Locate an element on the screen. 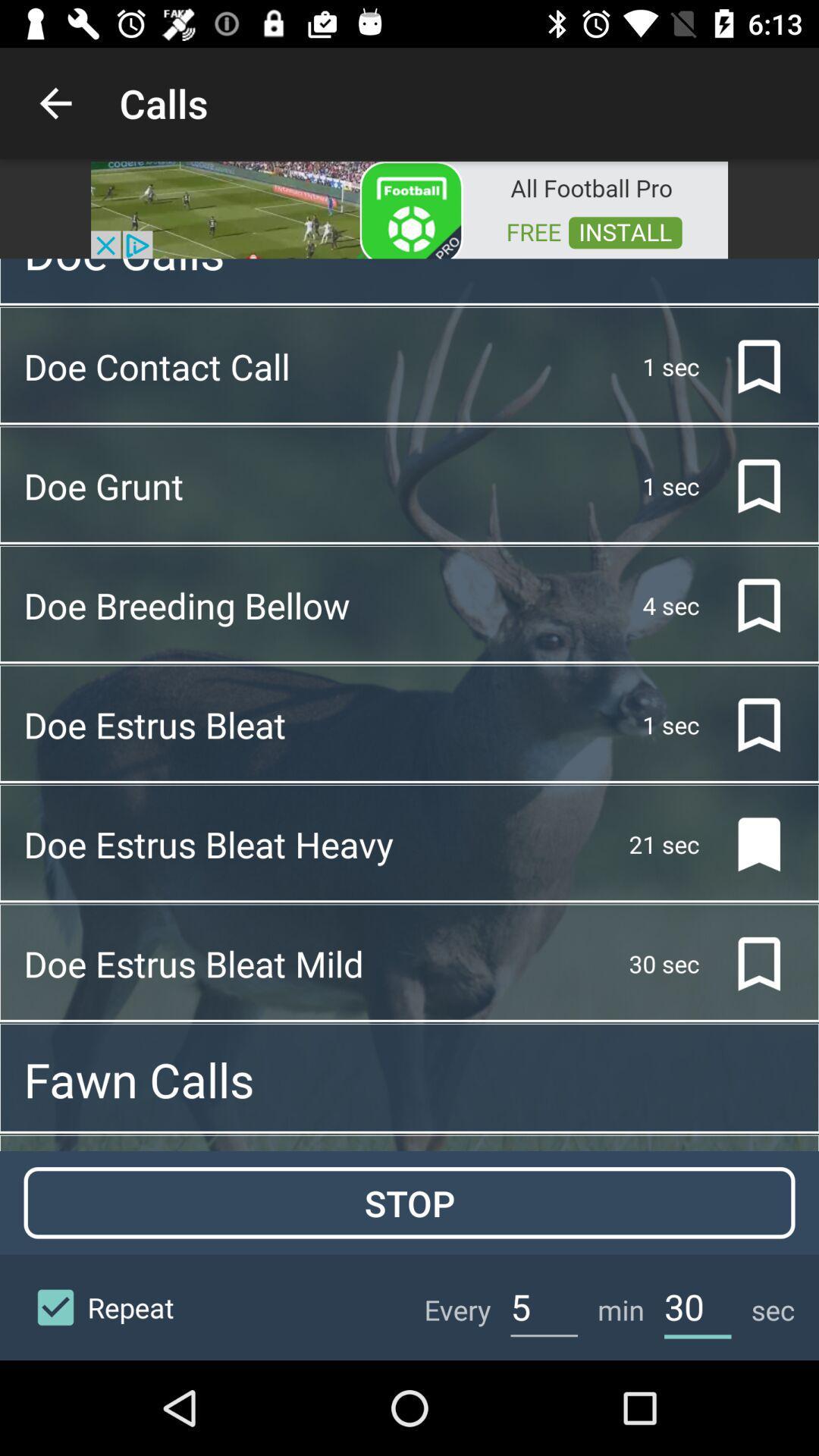 The width and height of the screenshot is (819, 1456). the bookmark icon is located at coordinates (746, 486).